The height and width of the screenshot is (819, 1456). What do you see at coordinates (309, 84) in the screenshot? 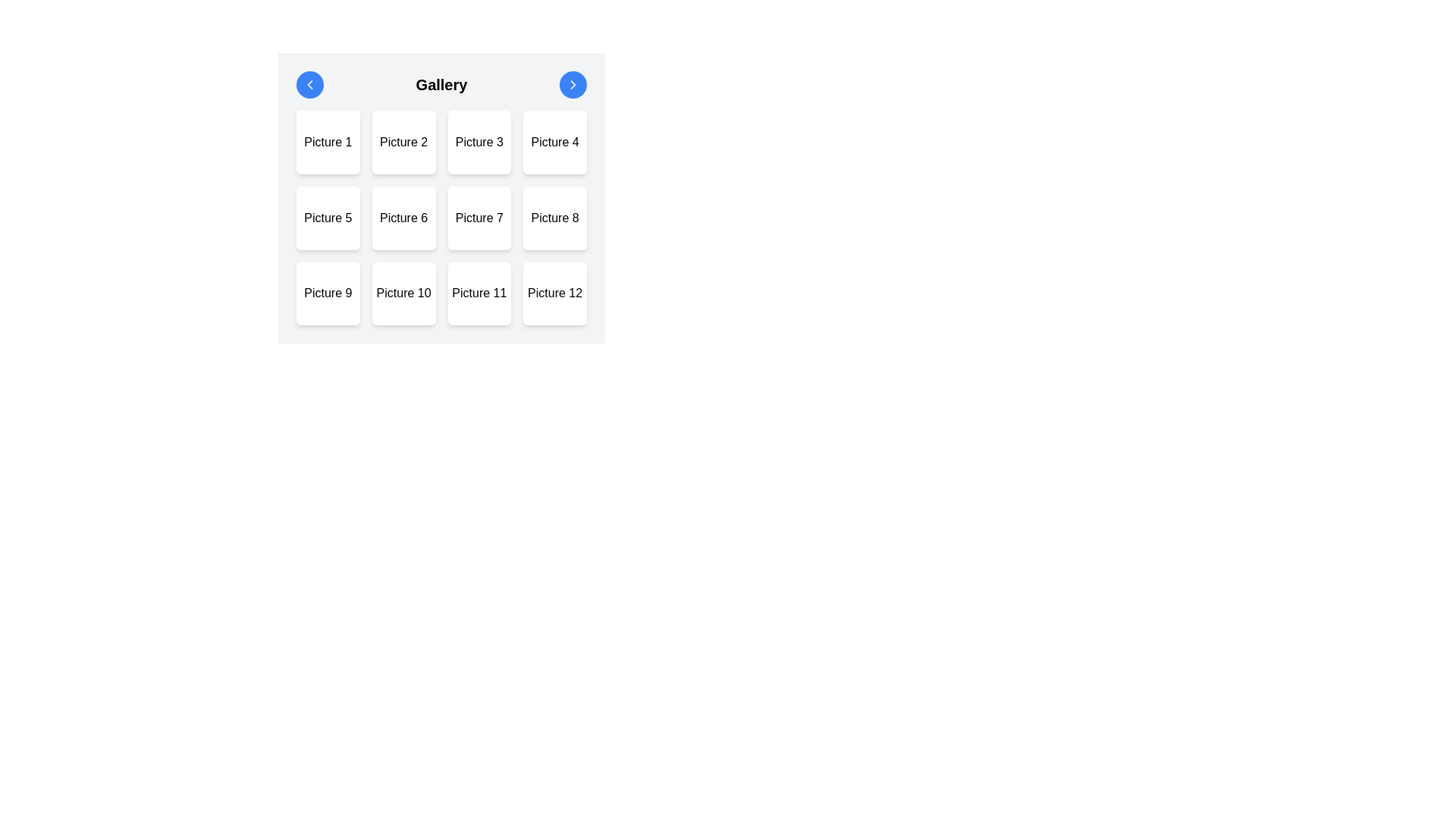
I see `the leftmost button in the 'Gallery' interface` at bounding box center [309, 84].